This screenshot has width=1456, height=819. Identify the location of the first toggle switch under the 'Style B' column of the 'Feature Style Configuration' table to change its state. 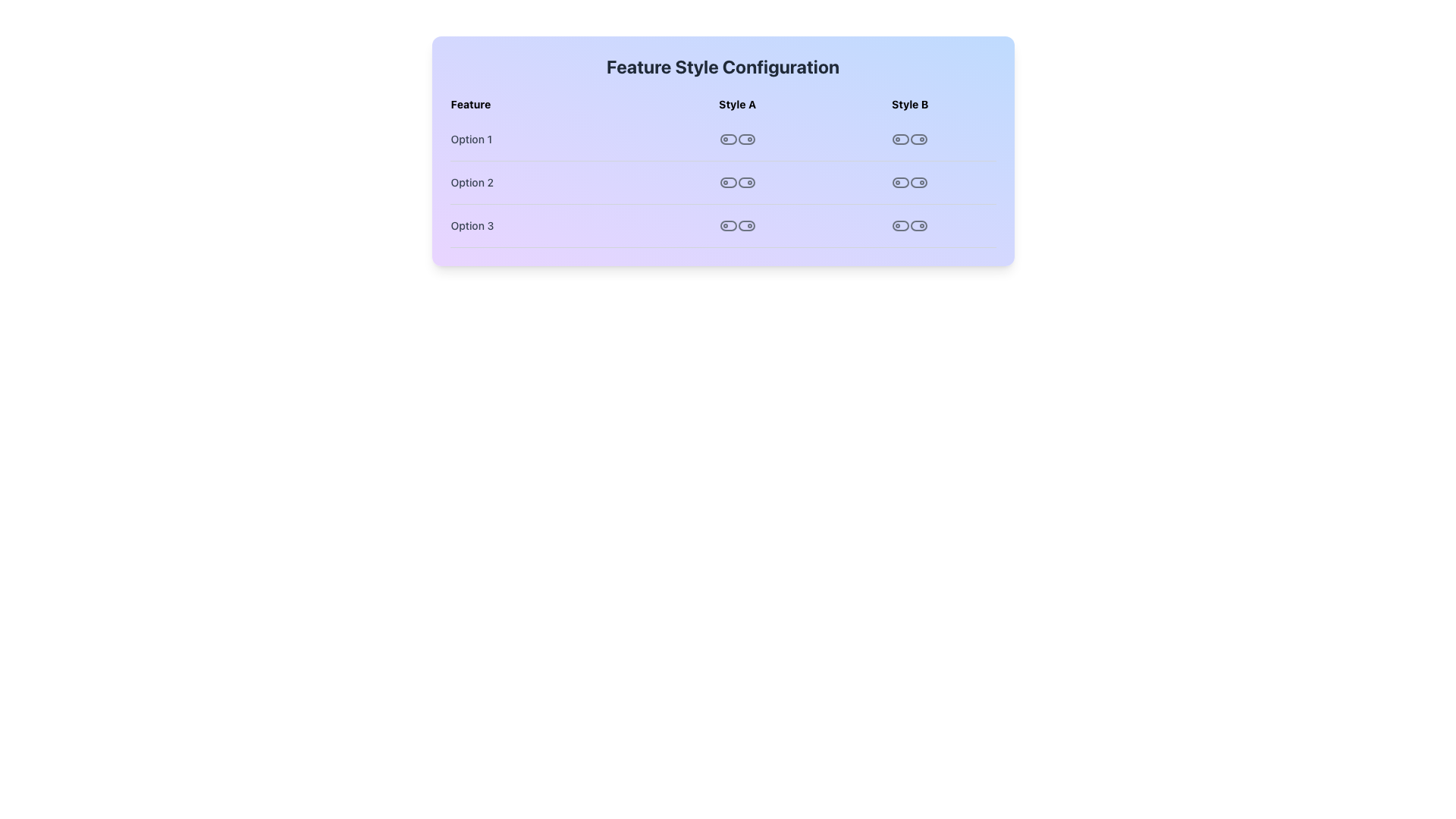
(901, 140).